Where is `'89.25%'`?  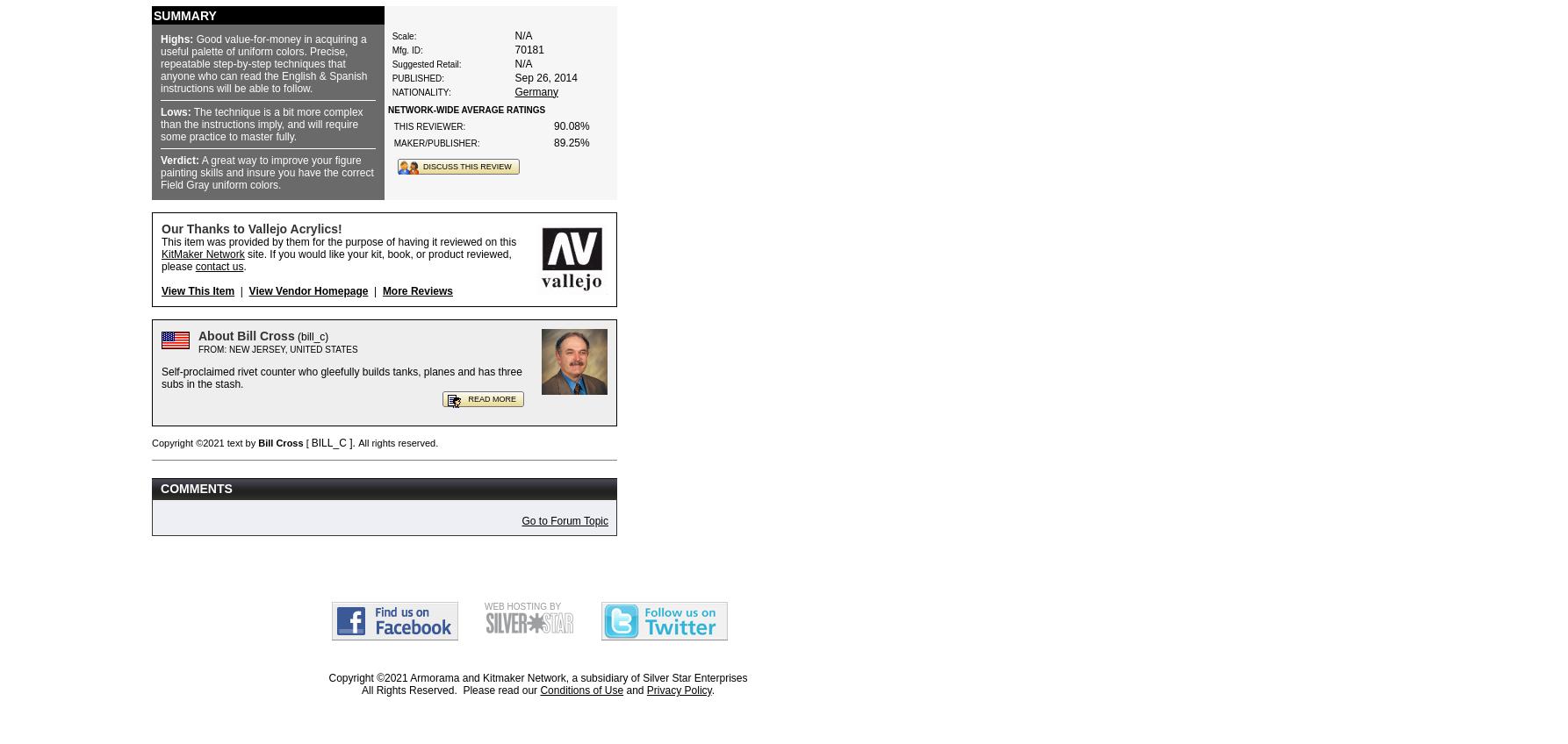 '89.25%' is located at coordinates (571, 141).